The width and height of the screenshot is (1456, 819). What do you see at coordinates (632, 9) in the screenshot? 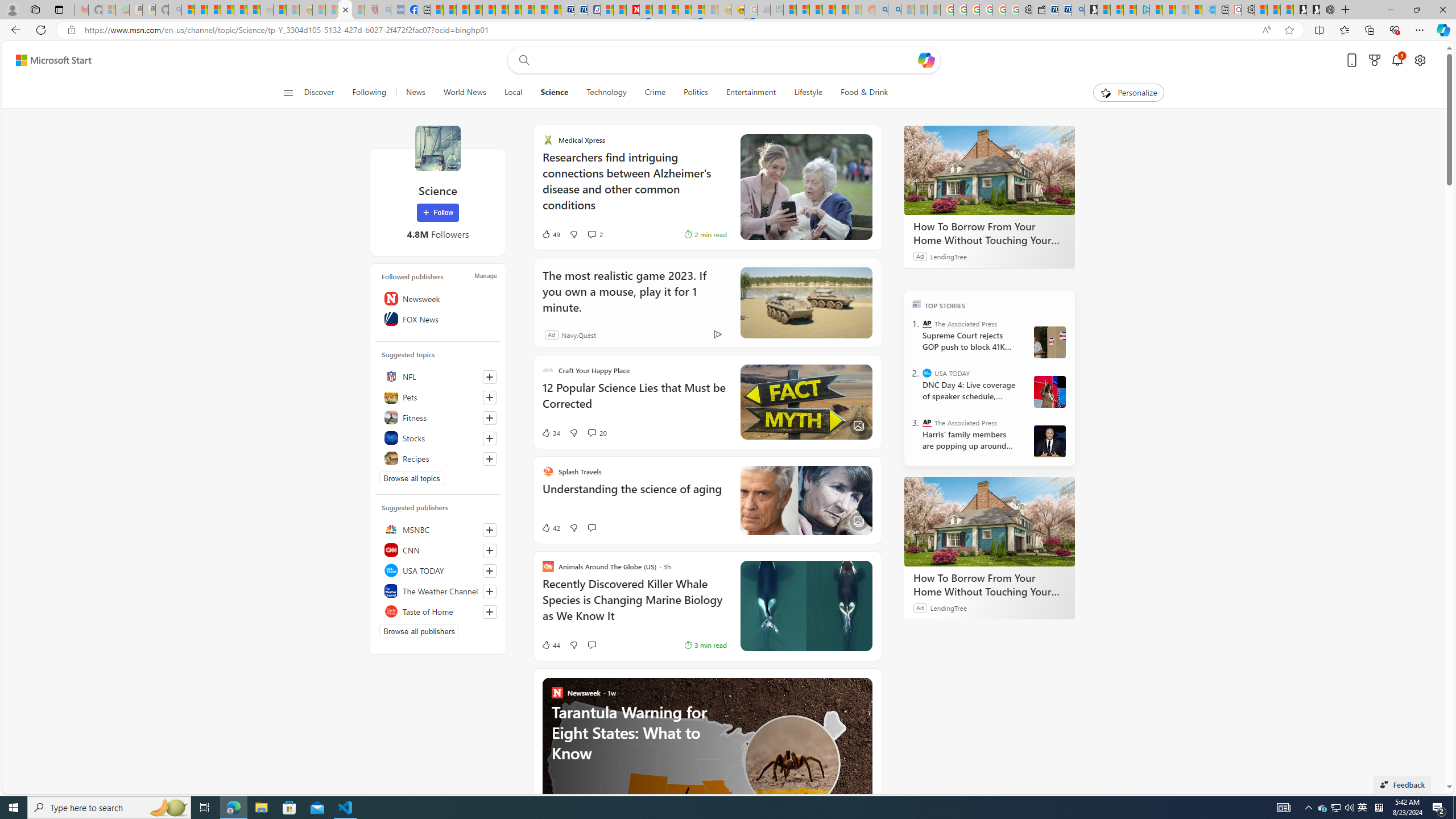
I see `'Latest Politics News & Archive | Newsweek.com'` at bounding box center [632, 9].